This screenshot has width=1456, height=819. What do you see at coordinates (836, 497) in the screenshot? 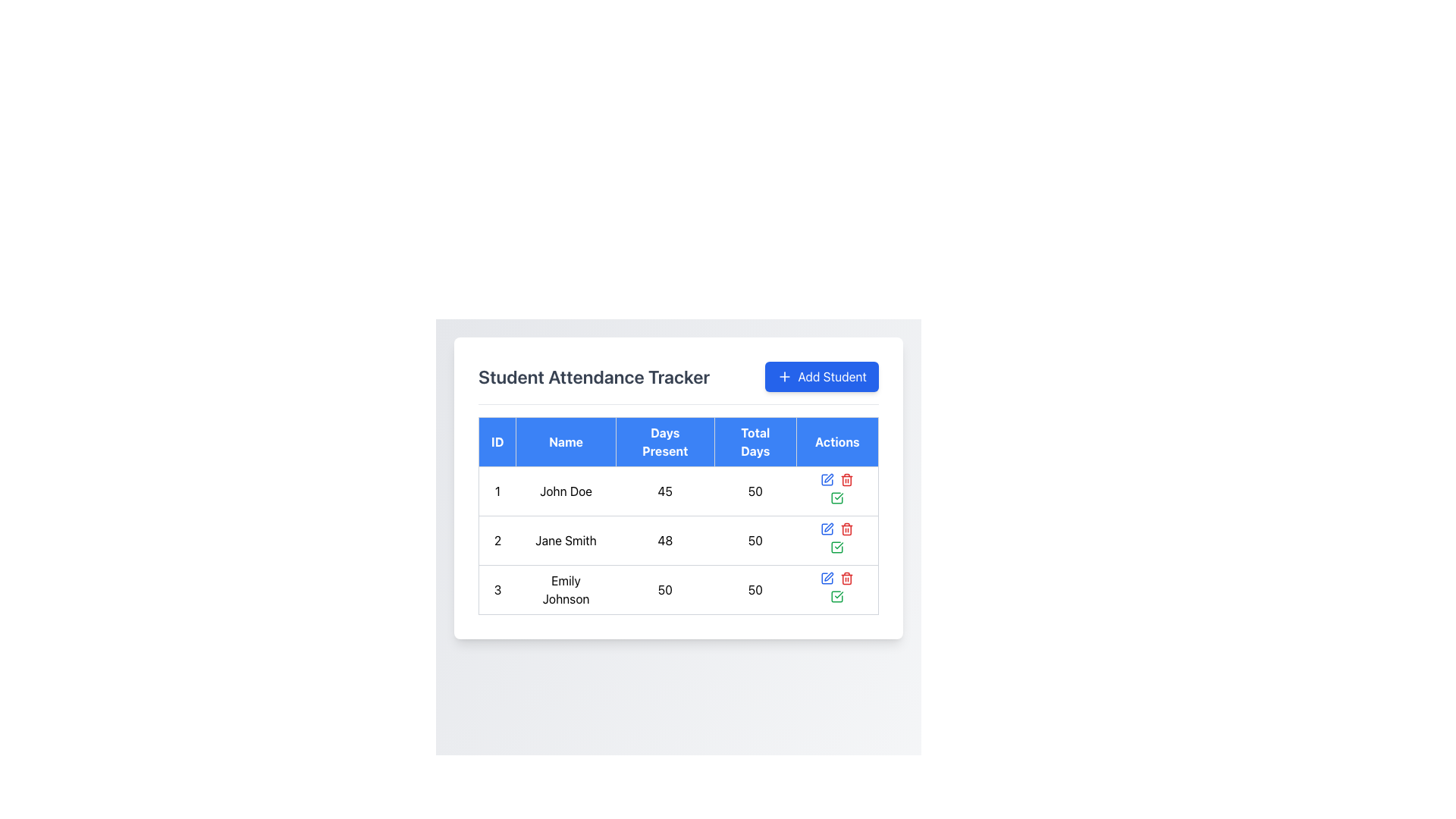
I see `the green check mark icon in the 'Actions' column of the last row for the student 'Emily Johnson'` at bounding box center [836, 497].